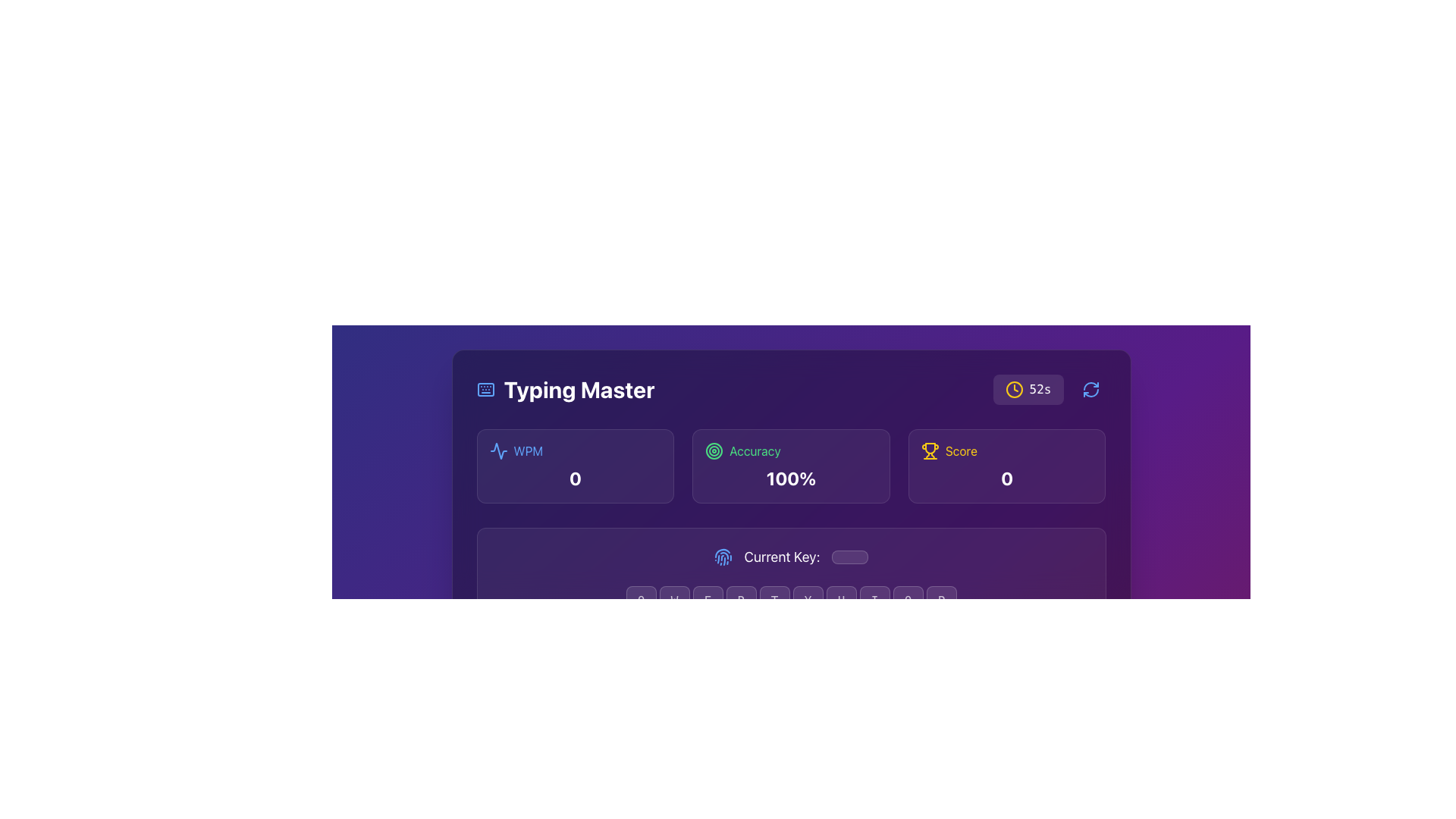  Describe the element at coordinates (574, 465) in the screenshot. I see `displayed information in the Information Display Box that shows the current typing speed in Words Per Minute (WPM), located at the top-left corner of the three-column arrangement under 'Typing Master'` at that location.